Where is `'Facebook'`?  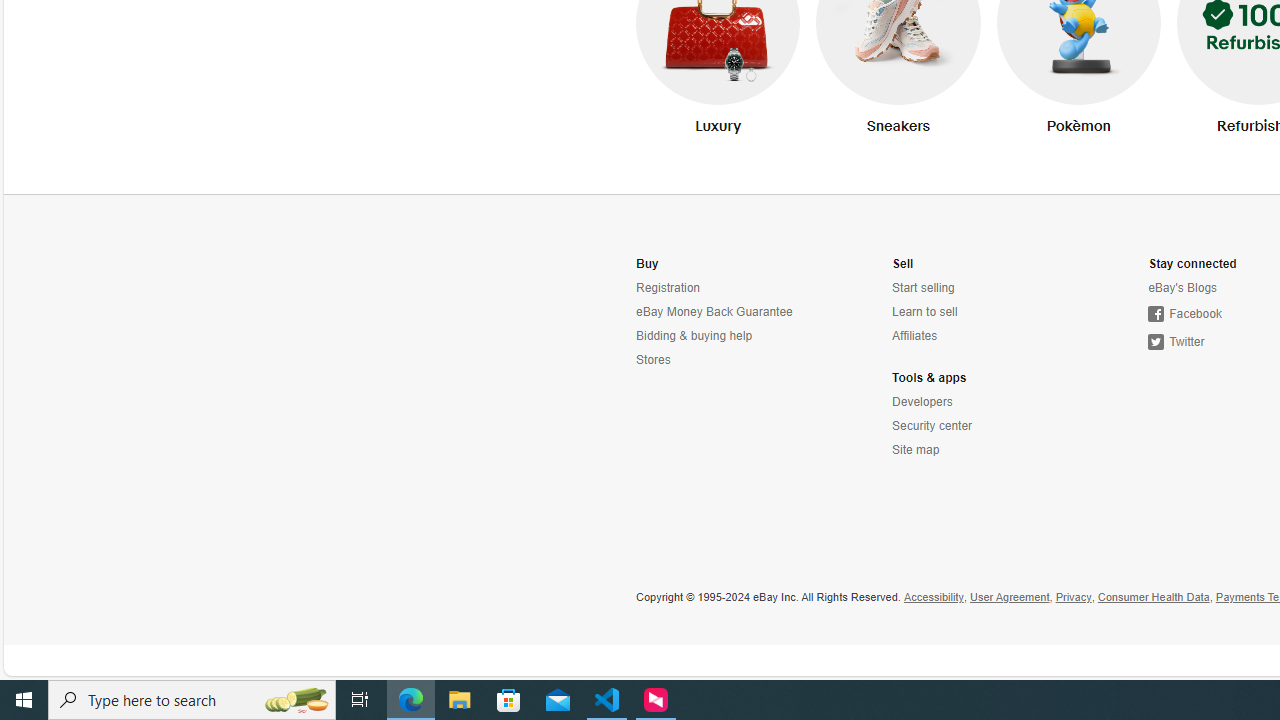
'Facebook' is located at coordinates (1185, 314).